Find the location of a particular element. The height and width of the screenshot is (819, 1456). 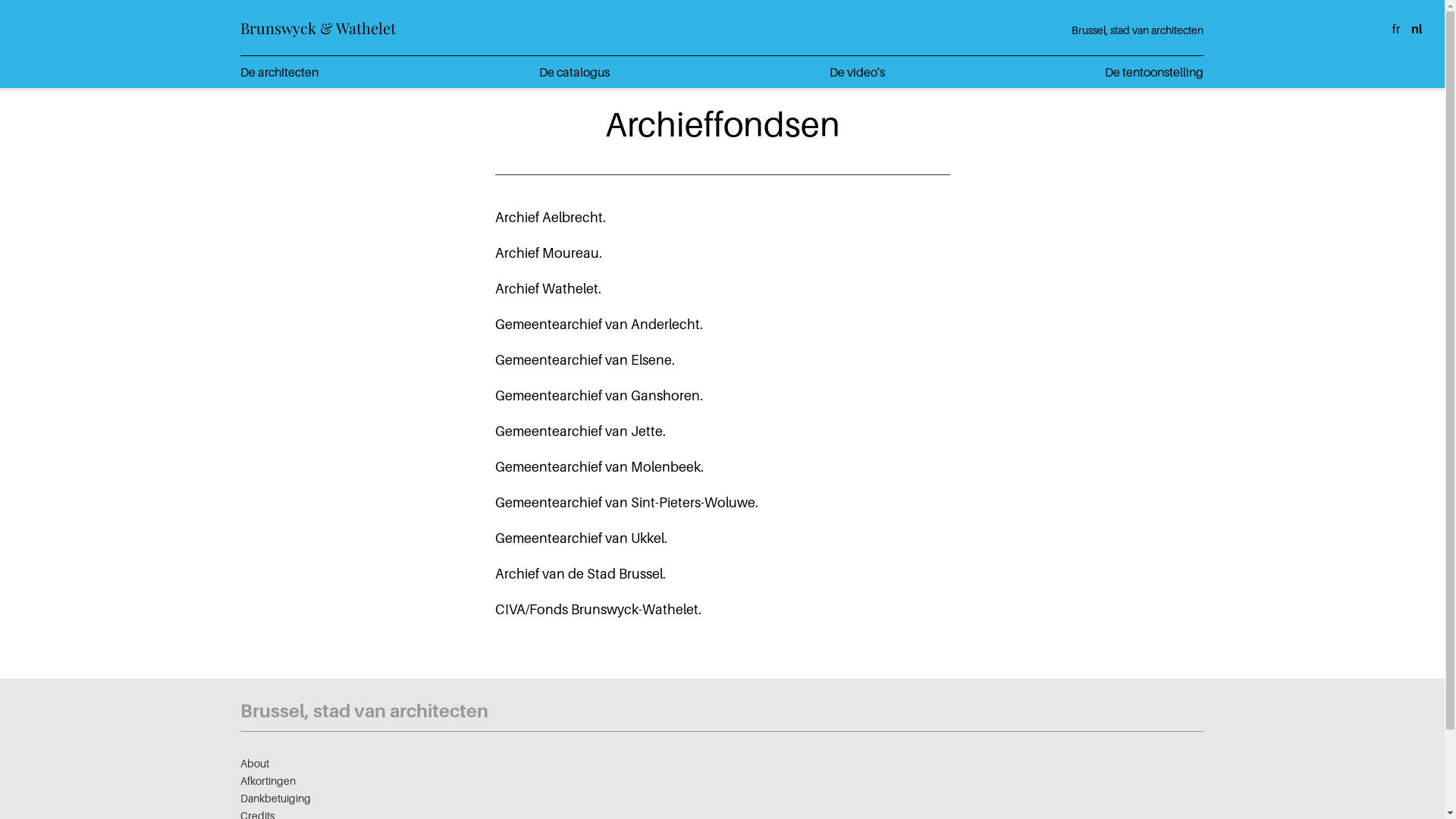

'De tentoonstelling' is located at coordinates (1153, 72).